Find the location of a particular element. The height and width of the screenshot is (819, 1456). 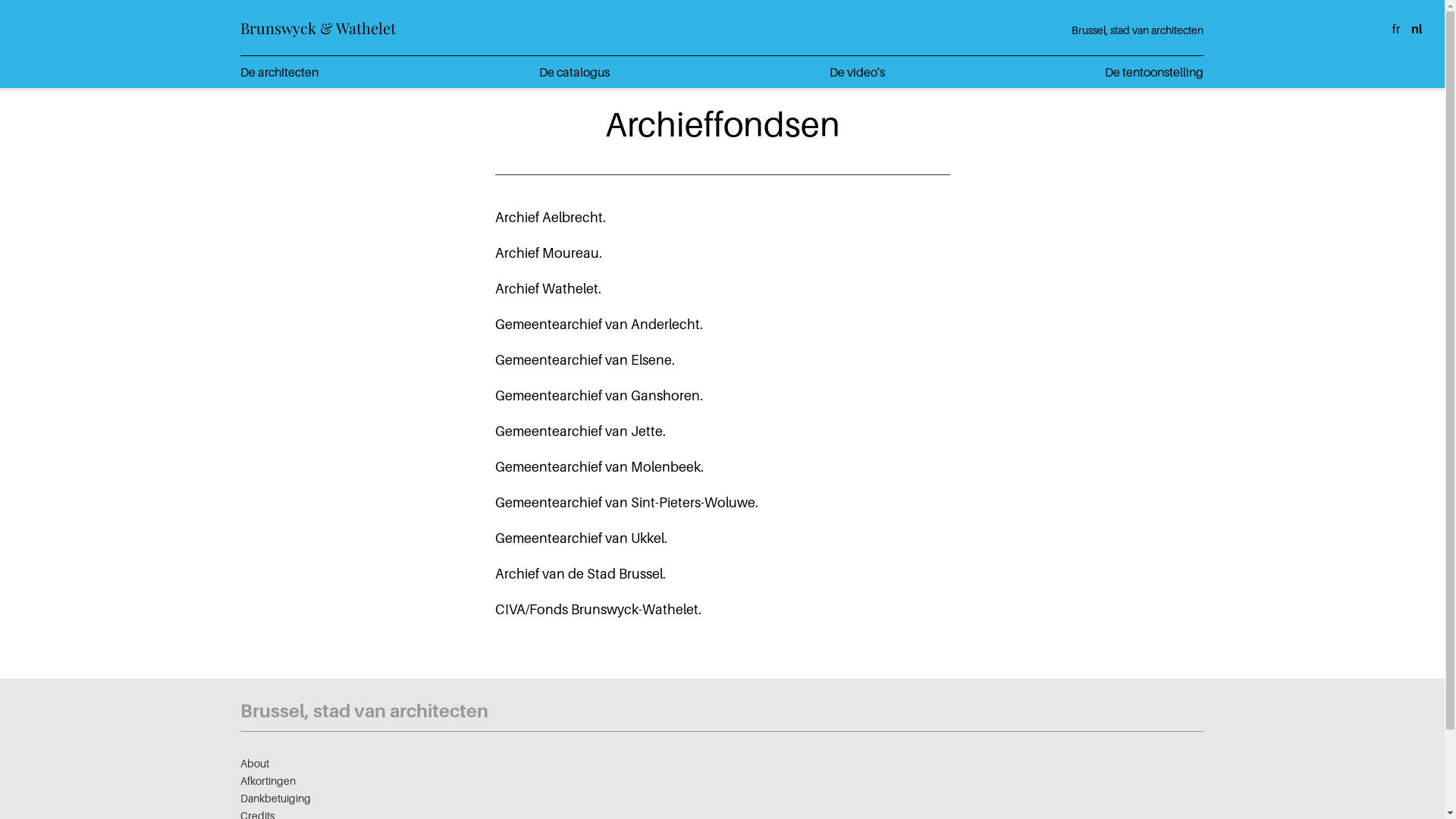

'De tentoonstelling' is located at coordinates (1153, 72).